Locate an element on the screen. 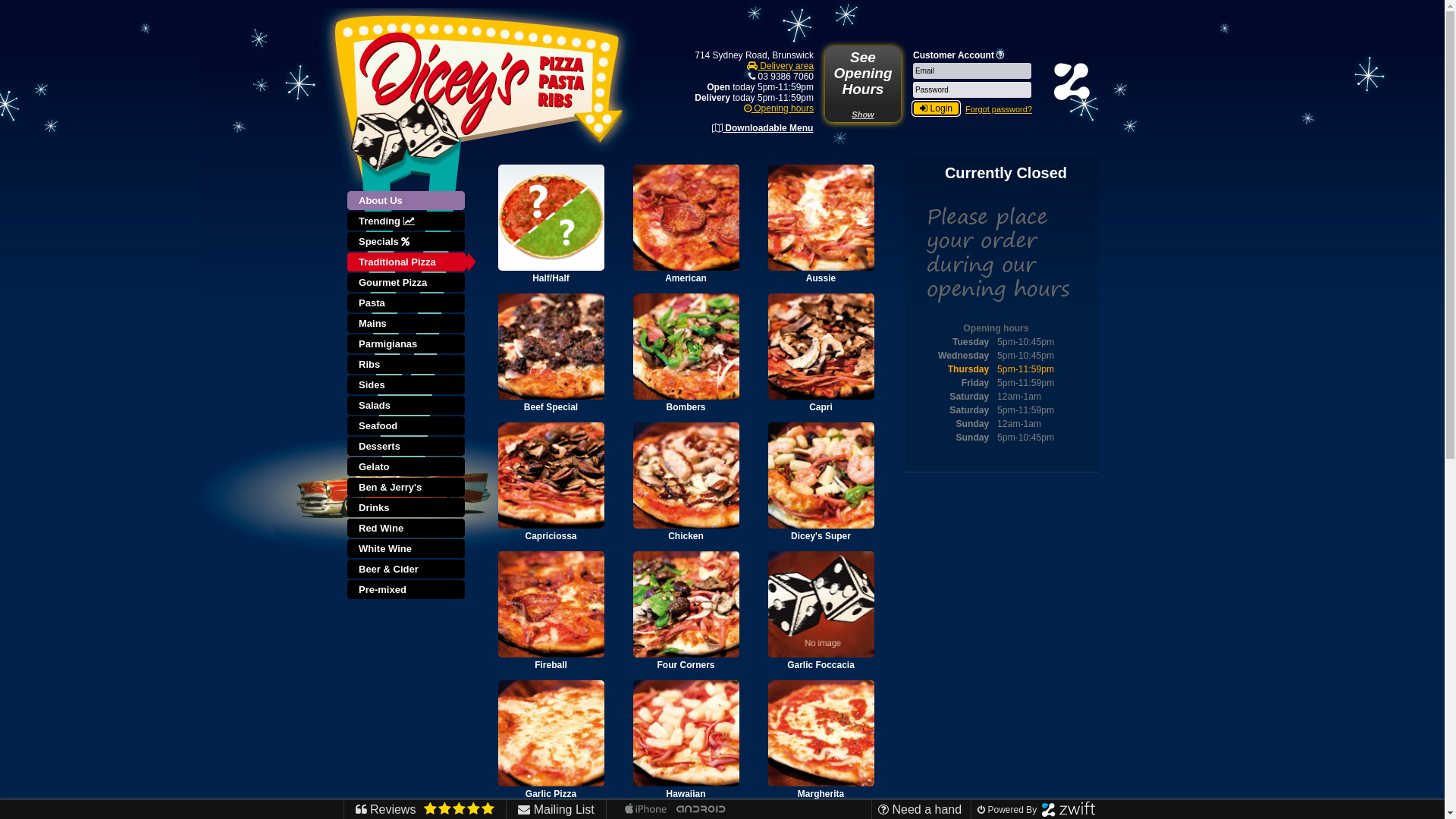 The image size is (1456, 819). 'Sides' is located at coordinates (407, 384).